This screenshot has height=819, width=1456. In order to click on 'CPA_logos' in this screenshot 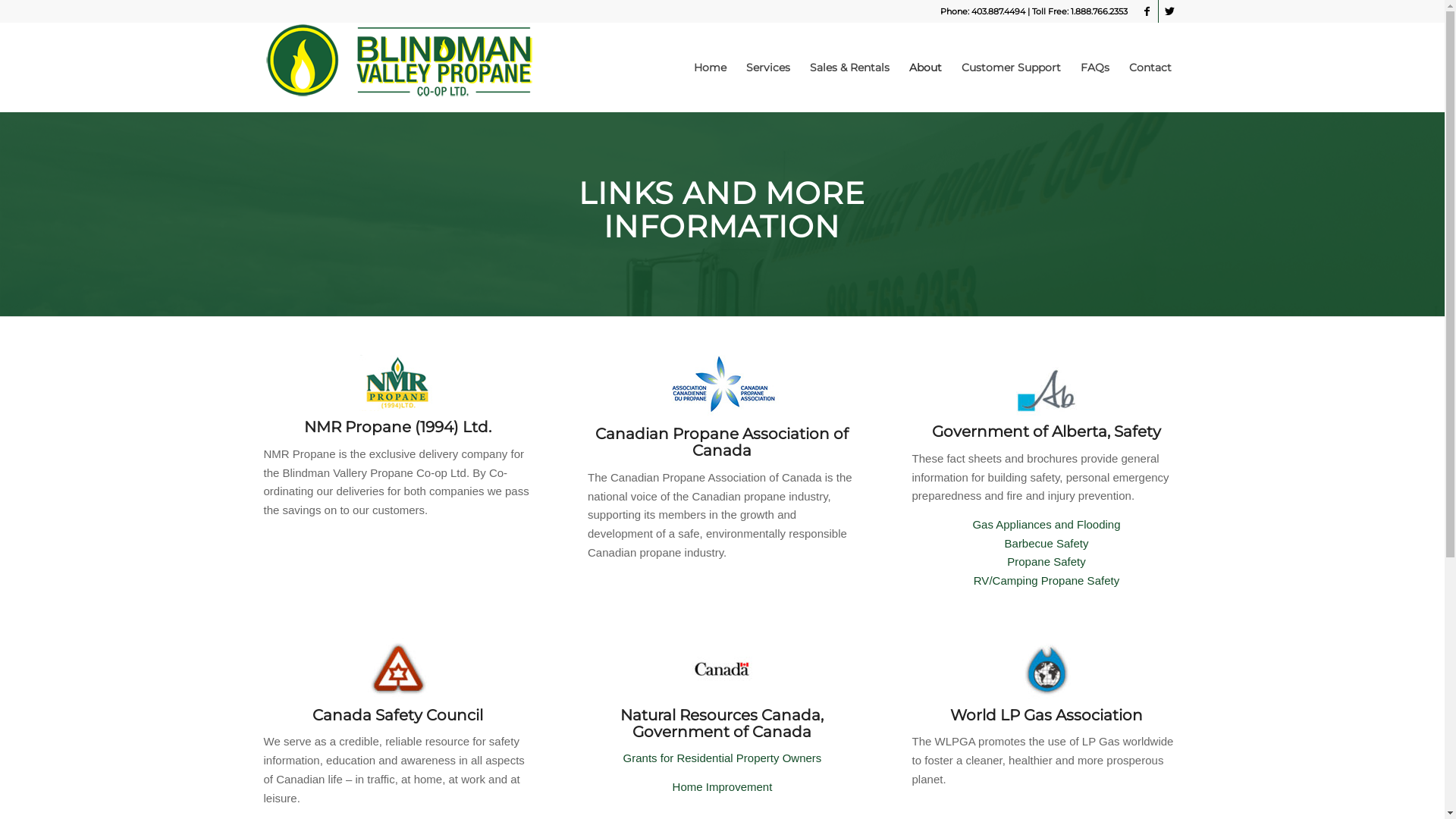, I will do `click(720, 385)`.